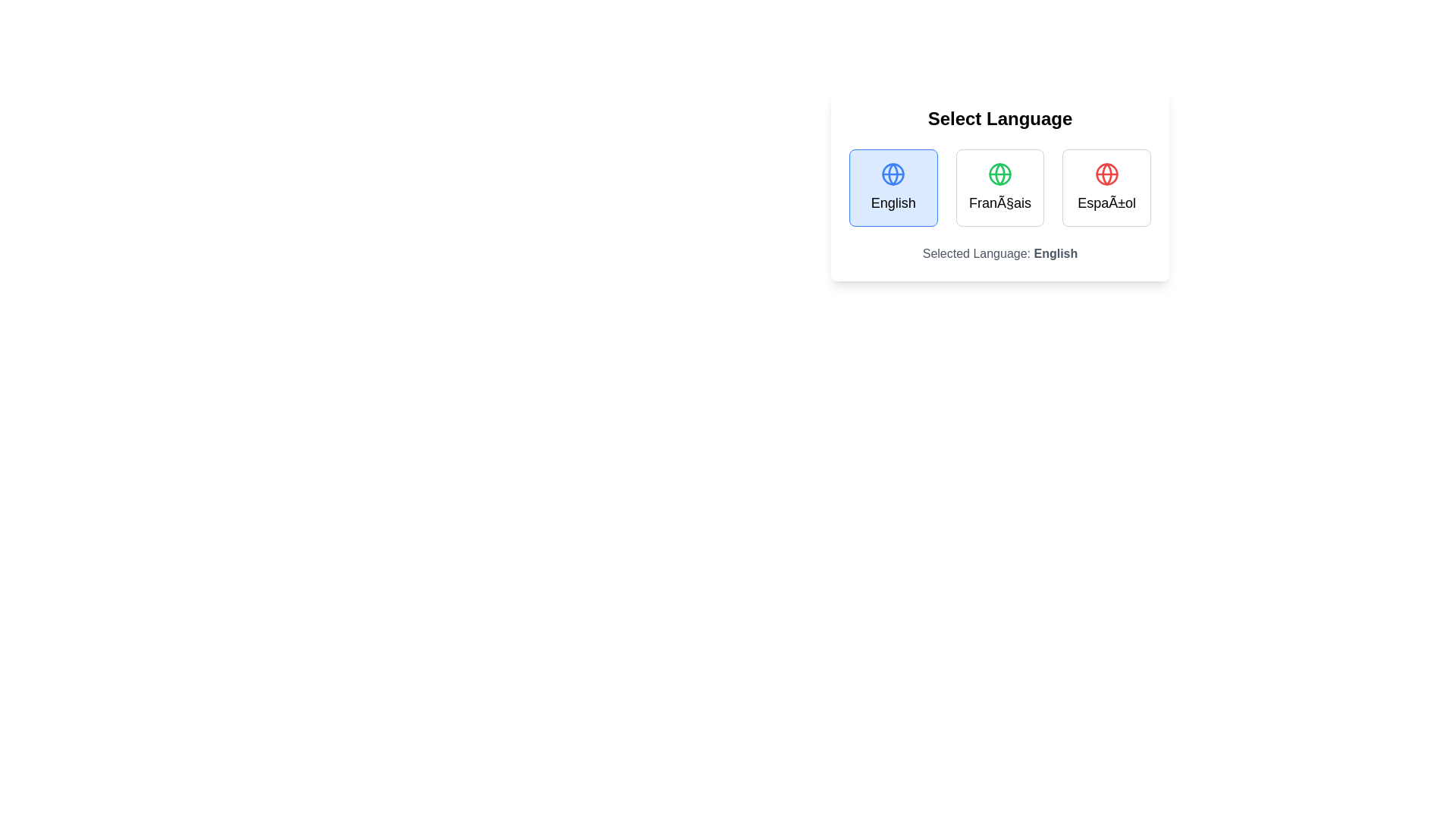 The height and width of the screenshot is (819, 1456). What do you see at coordinates (1106, 187) in the screenshot?
I see `the language Español by clicking on its corresponding button` at bounding box center [1106, 187].